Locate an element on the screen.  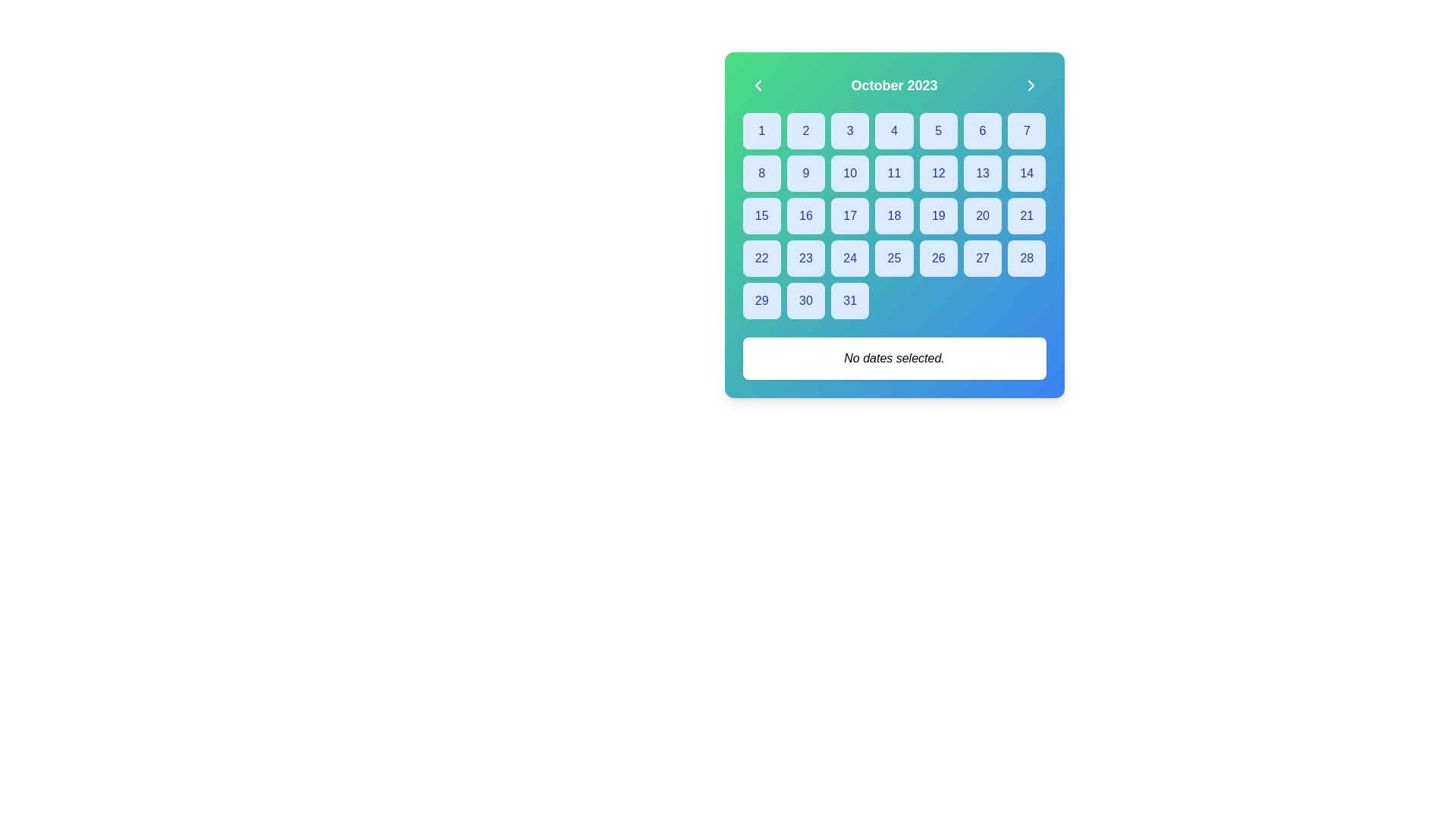
the calendar button displaying the date '13' with a darker blue background is located at coordinates (983, 172).